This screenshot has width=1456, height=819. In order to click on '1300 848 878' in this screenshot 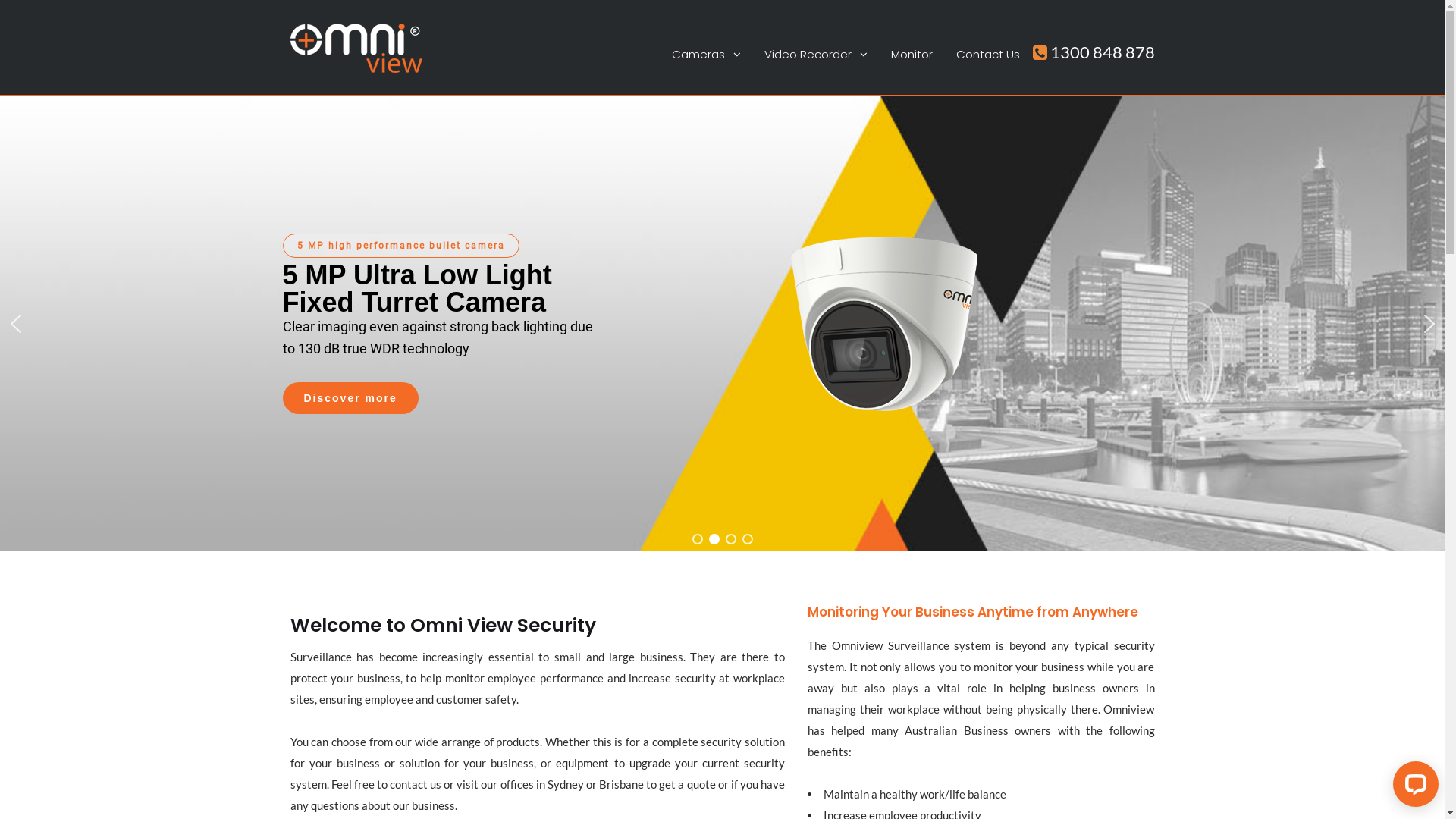, I will do `click(1094, 51)`.